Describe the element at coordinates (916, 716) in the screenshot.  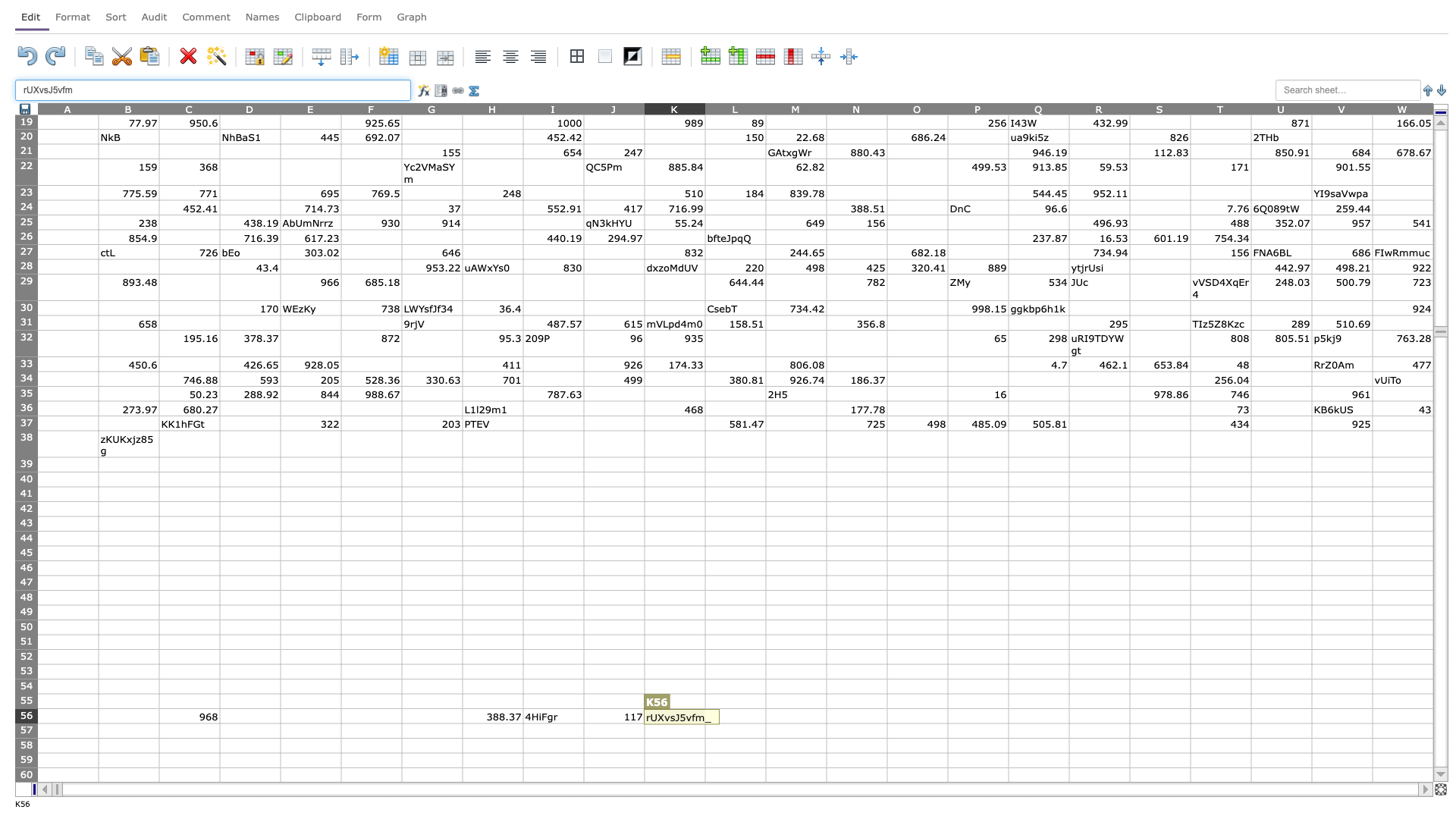
I see `O-56` at that location.